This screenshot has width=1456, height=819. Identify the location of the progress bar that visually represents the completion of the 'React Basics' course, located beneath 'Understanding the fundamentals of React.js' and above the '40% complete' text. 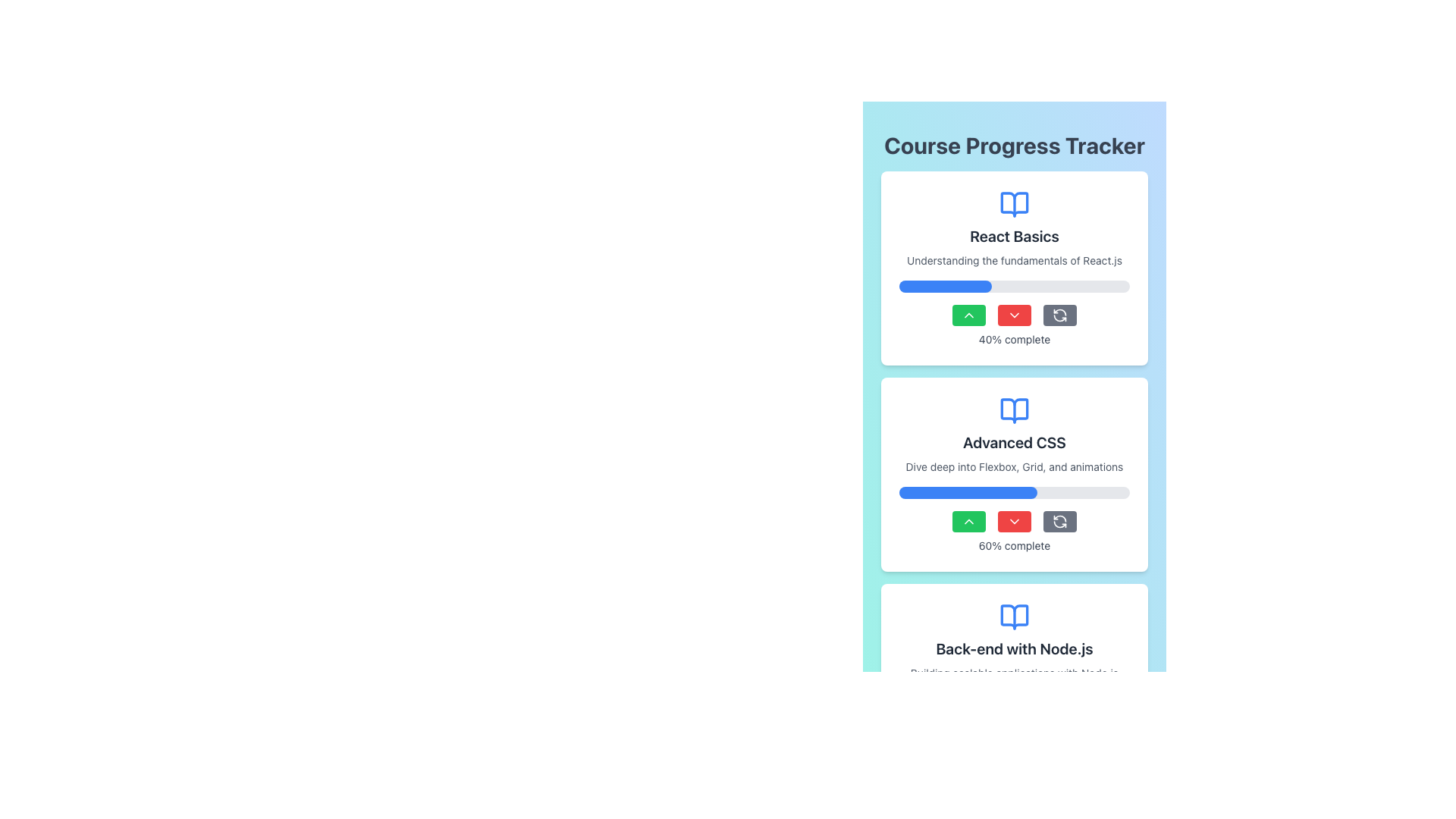
(1015, 287).